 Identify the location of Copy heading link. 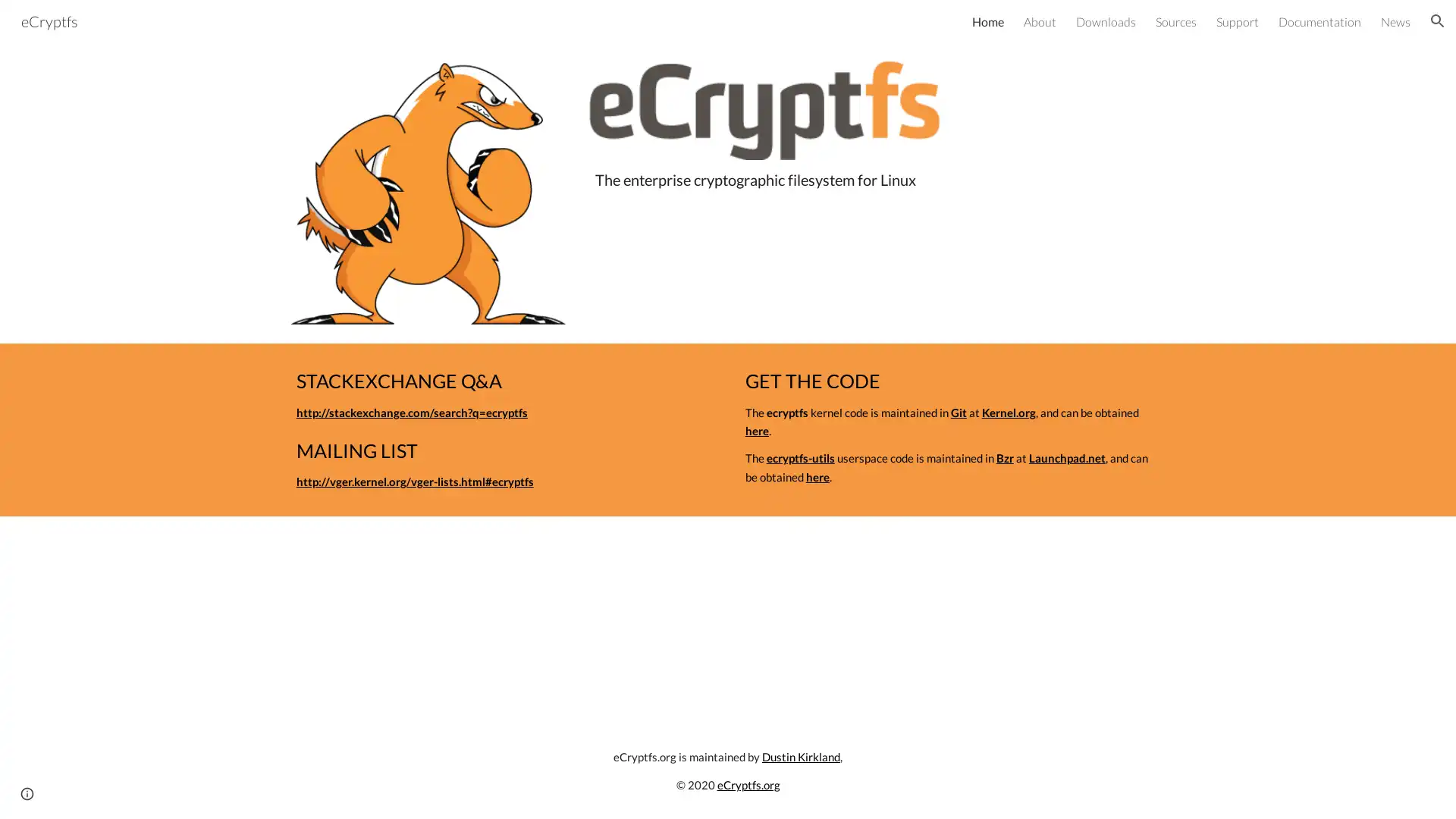
(518, 379).